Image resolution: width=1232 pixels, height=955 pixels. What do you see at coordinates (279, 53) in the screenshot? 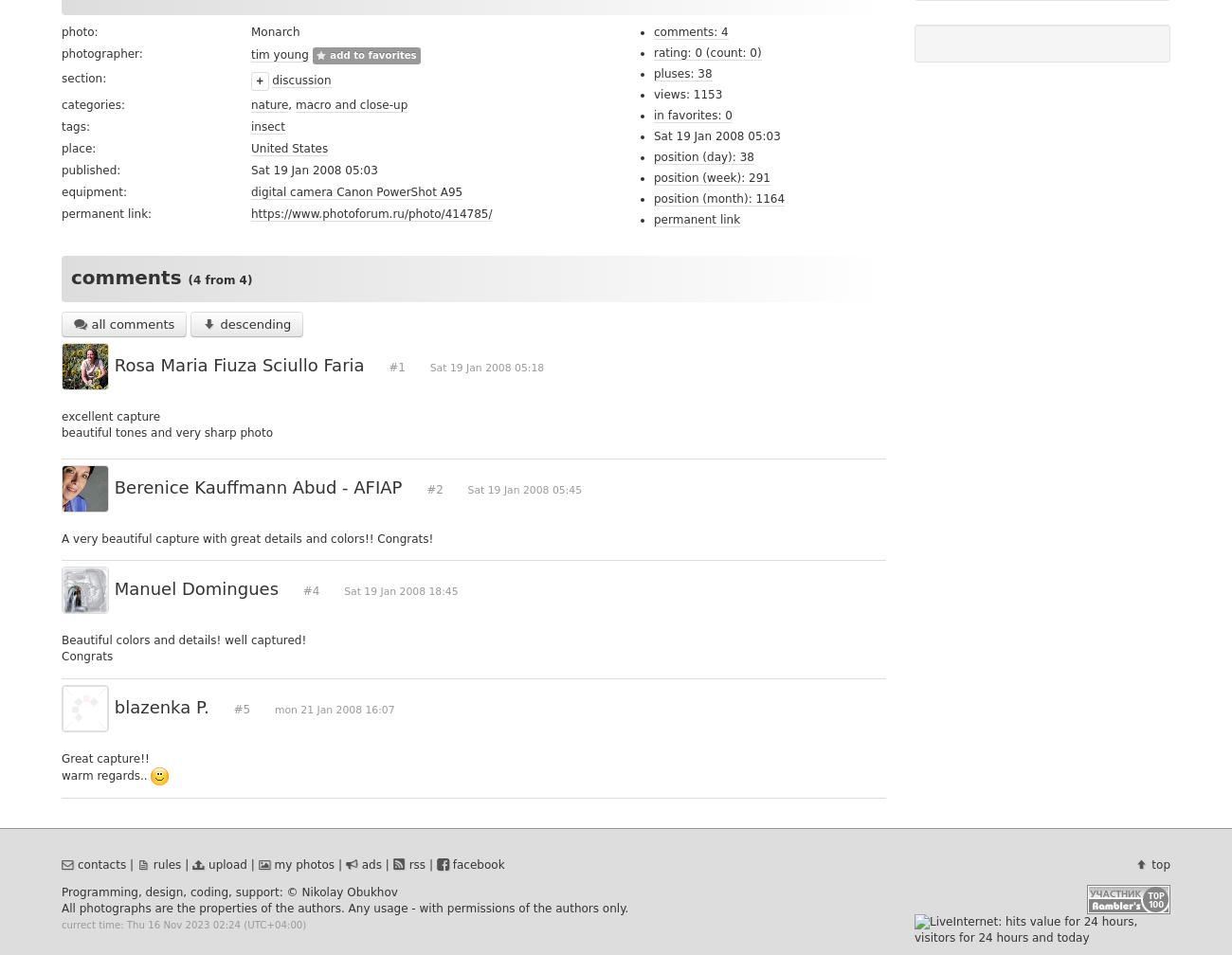
I see `'tim young'` at bounding box center [279, 53].